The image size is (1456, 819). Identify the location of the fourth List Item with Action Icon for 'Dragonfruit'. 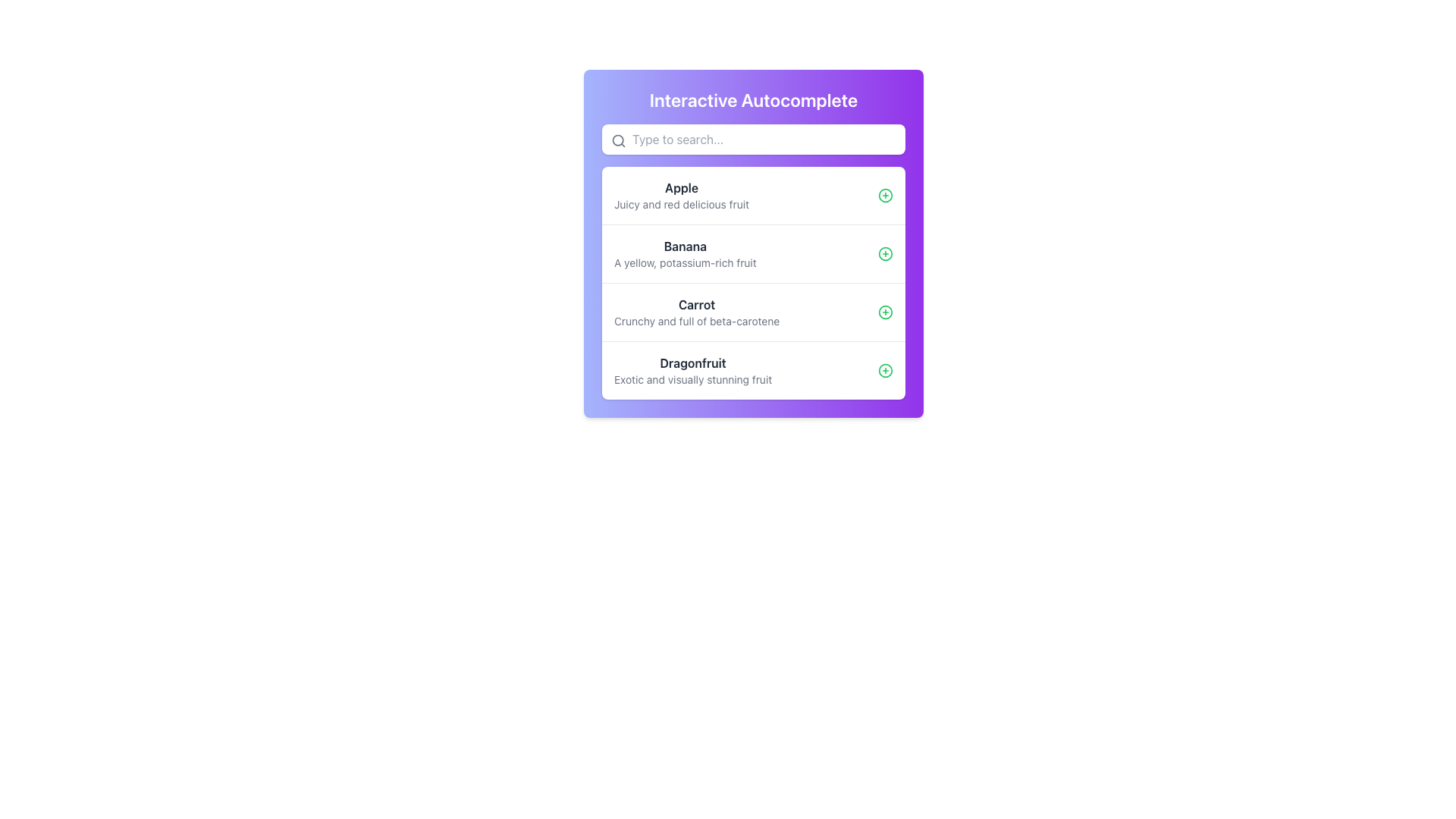
(753, 370).